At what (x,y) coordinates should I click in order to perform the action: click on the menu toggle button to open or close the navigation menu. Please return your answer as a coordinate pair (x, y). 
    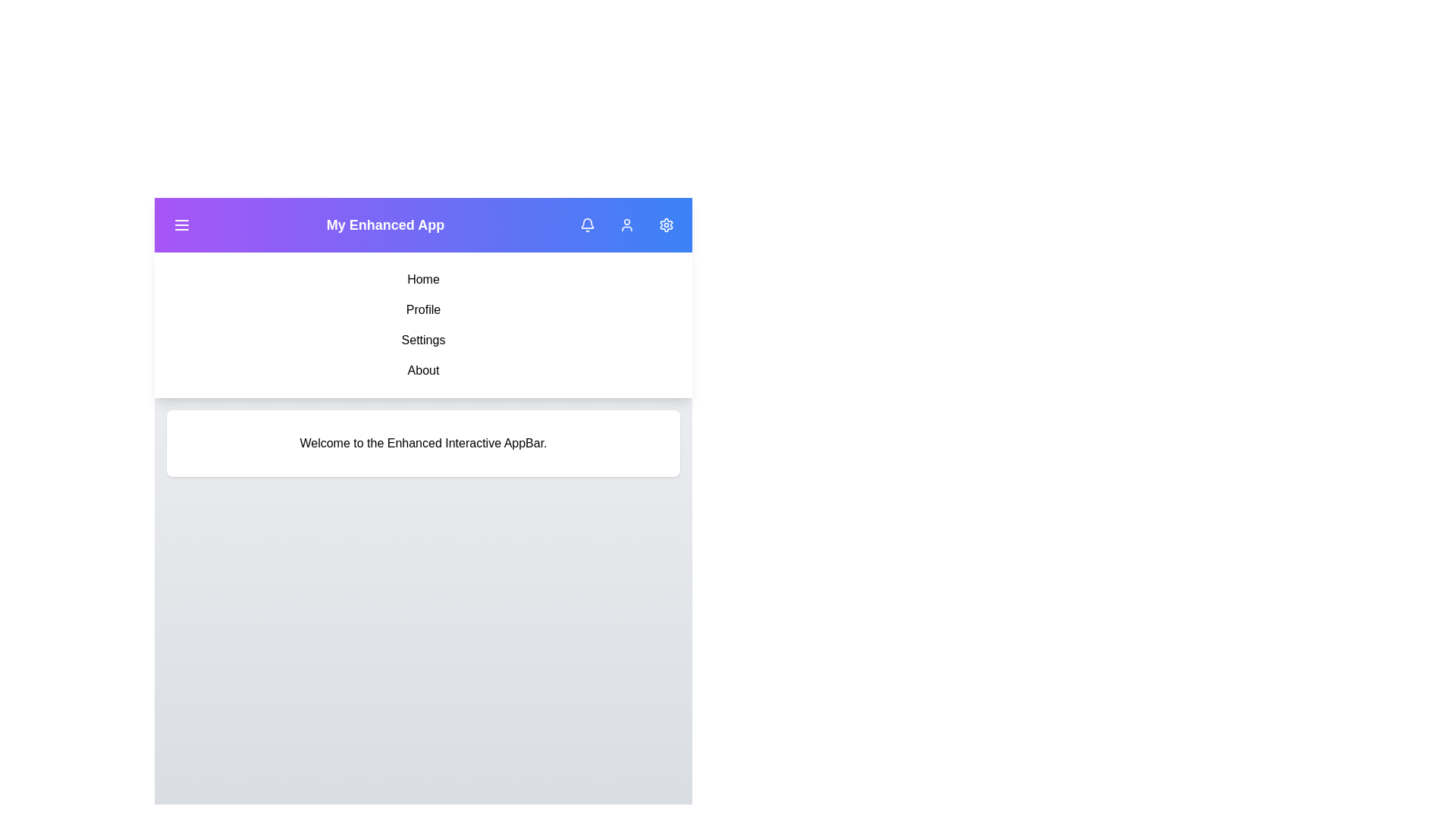
    Looking at the image, I should click on (182, 225).